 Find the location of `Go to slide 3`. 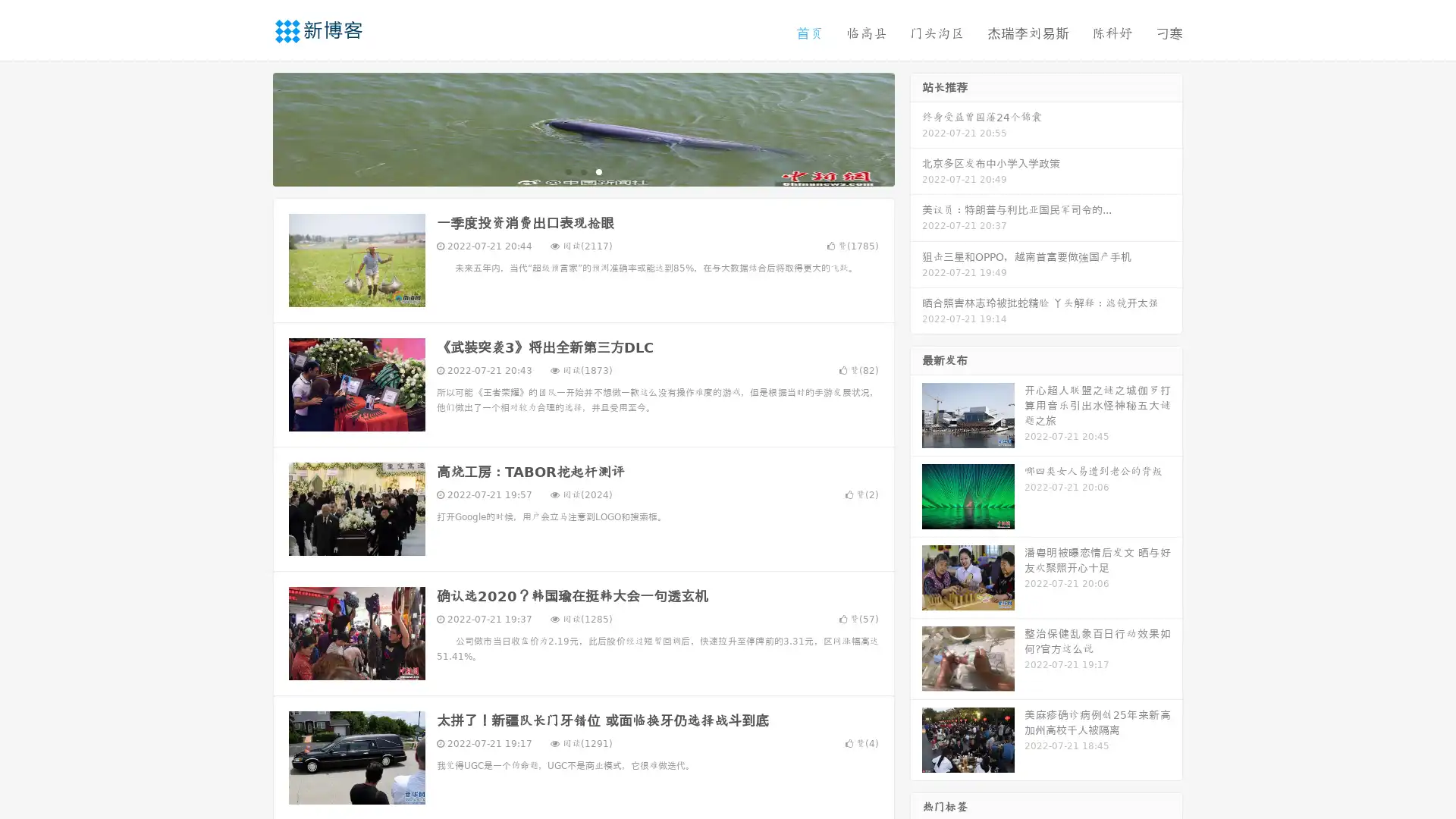

Go to slide 3 is located at coordinates (598, 171).